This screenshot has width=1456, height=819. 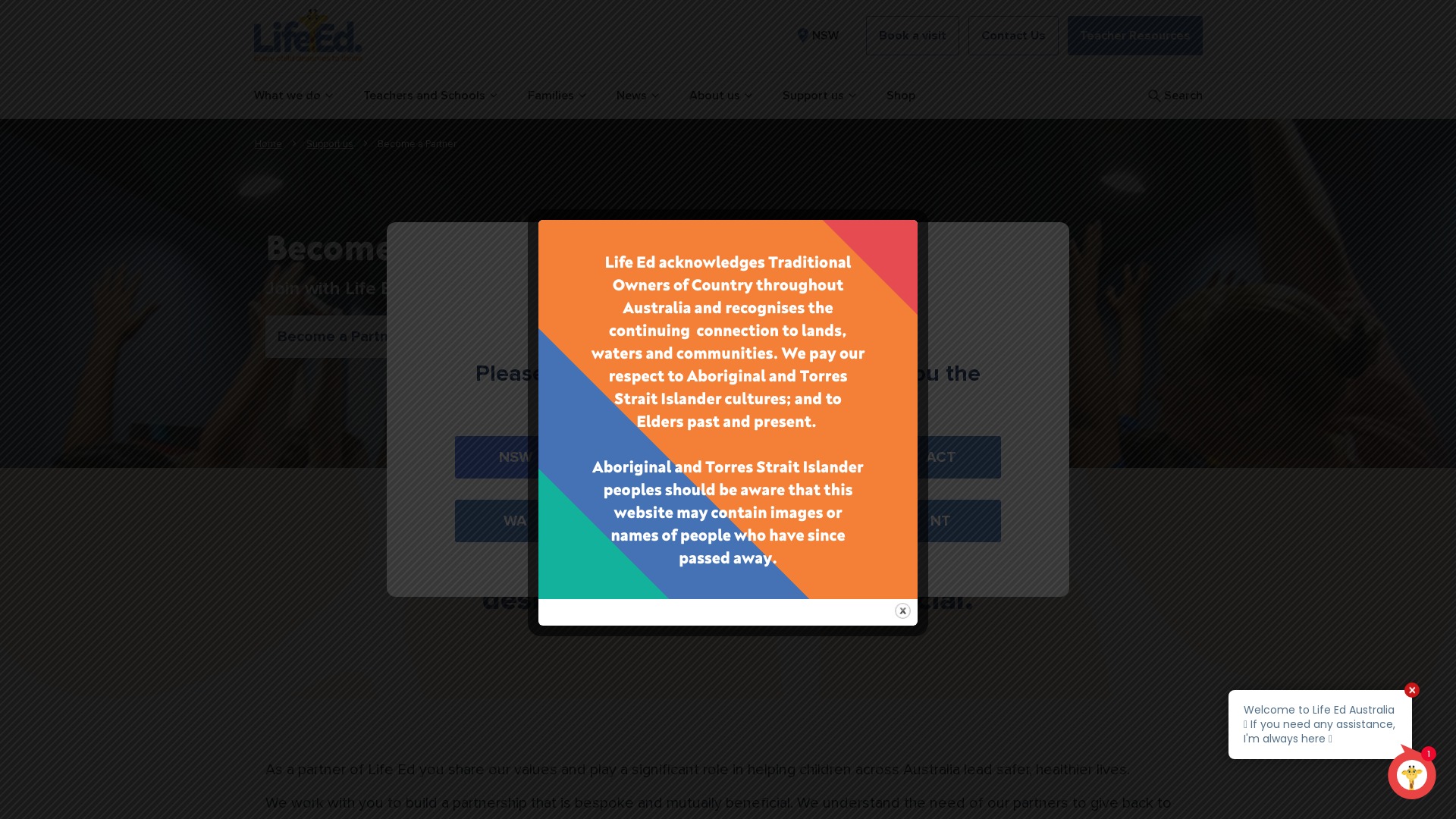 I want to click on 'Search', so click(x=1172, y=96).